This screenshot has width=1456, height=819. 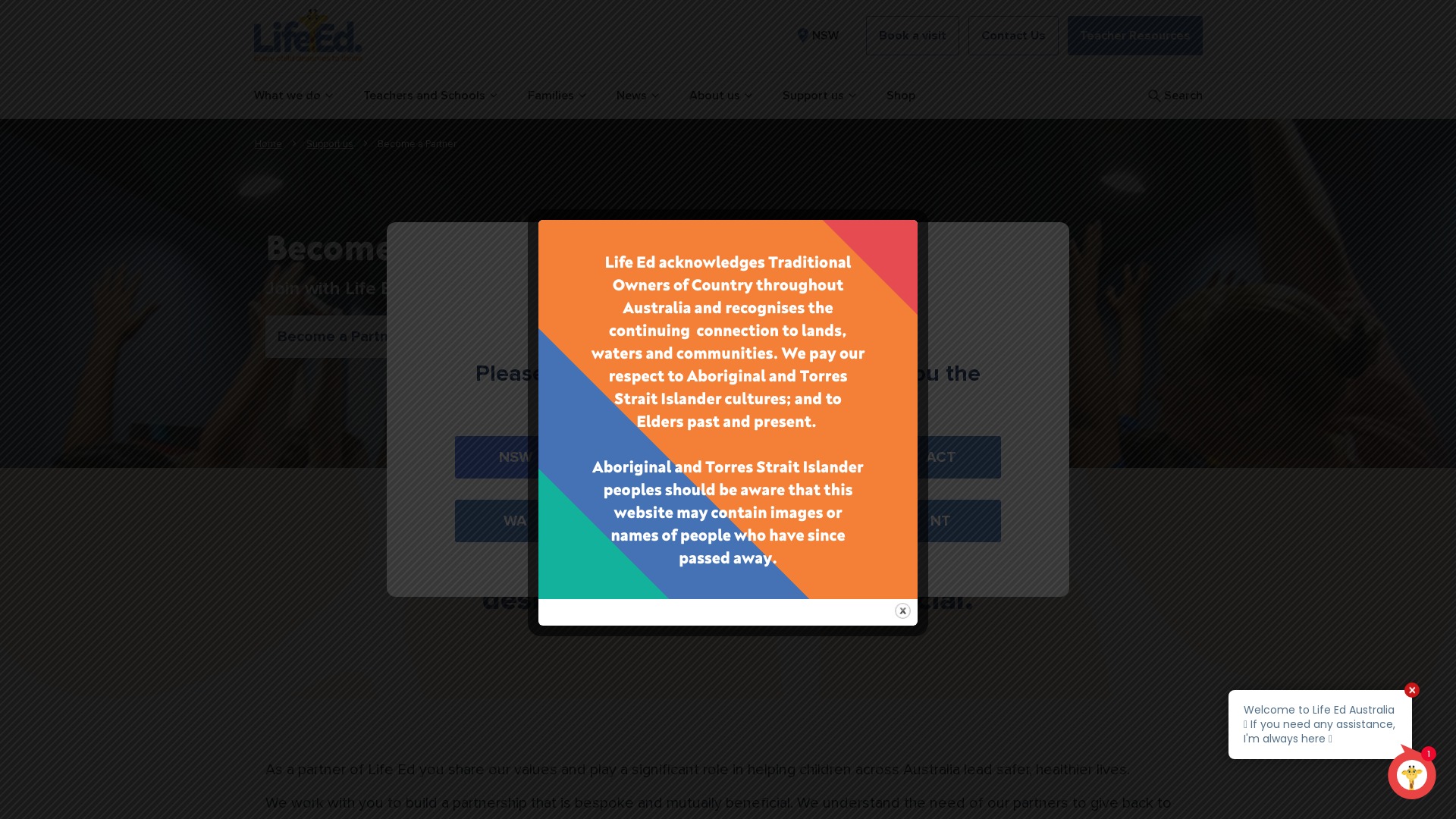 I want to click on 'Search', so click(x=1172, y=96).